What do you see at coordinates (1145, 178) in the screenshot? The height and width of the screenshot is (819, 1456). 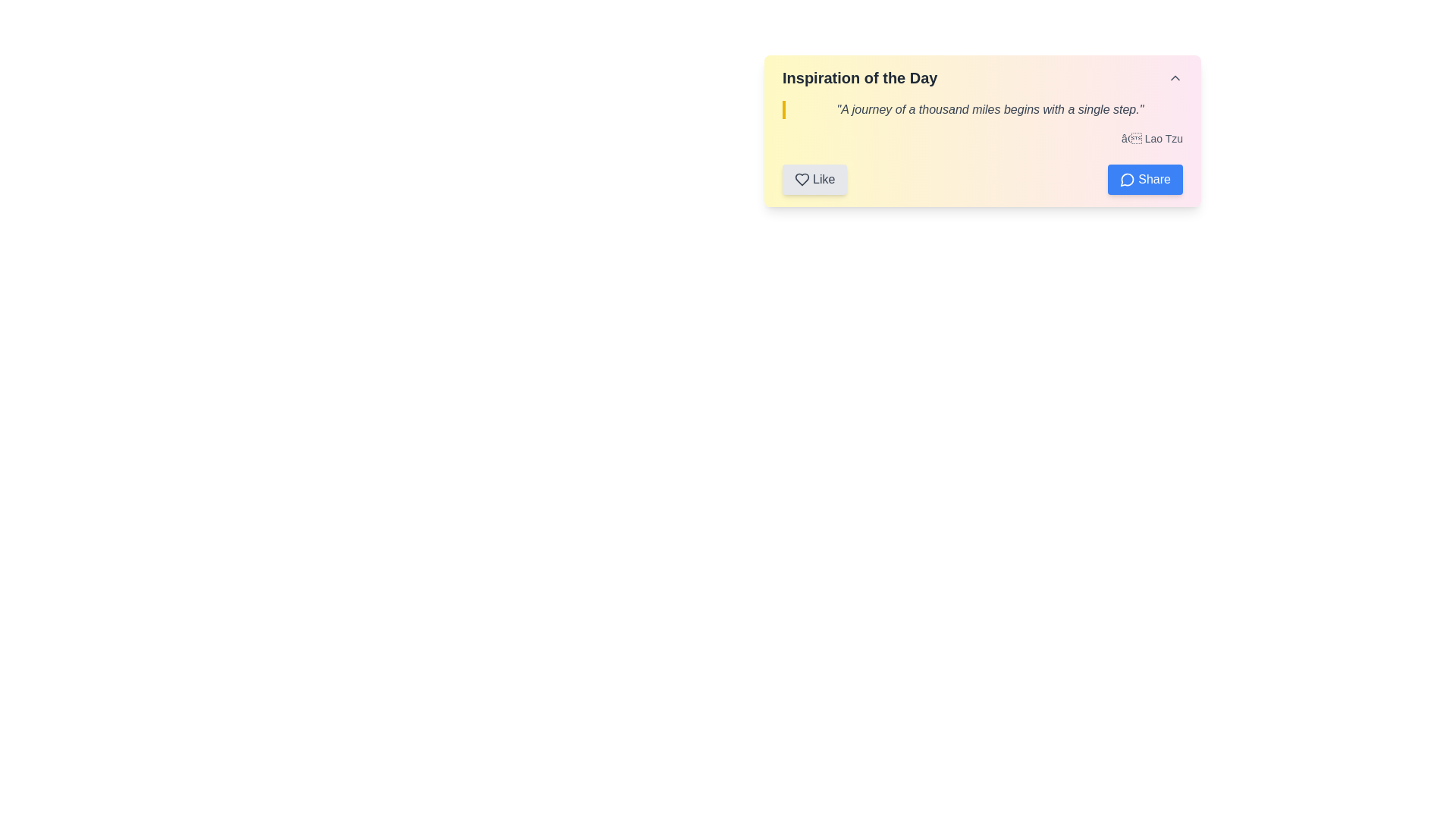 I see `the rightmost button in the card interface to initiate sharing` at bounding box center [1145, 178].